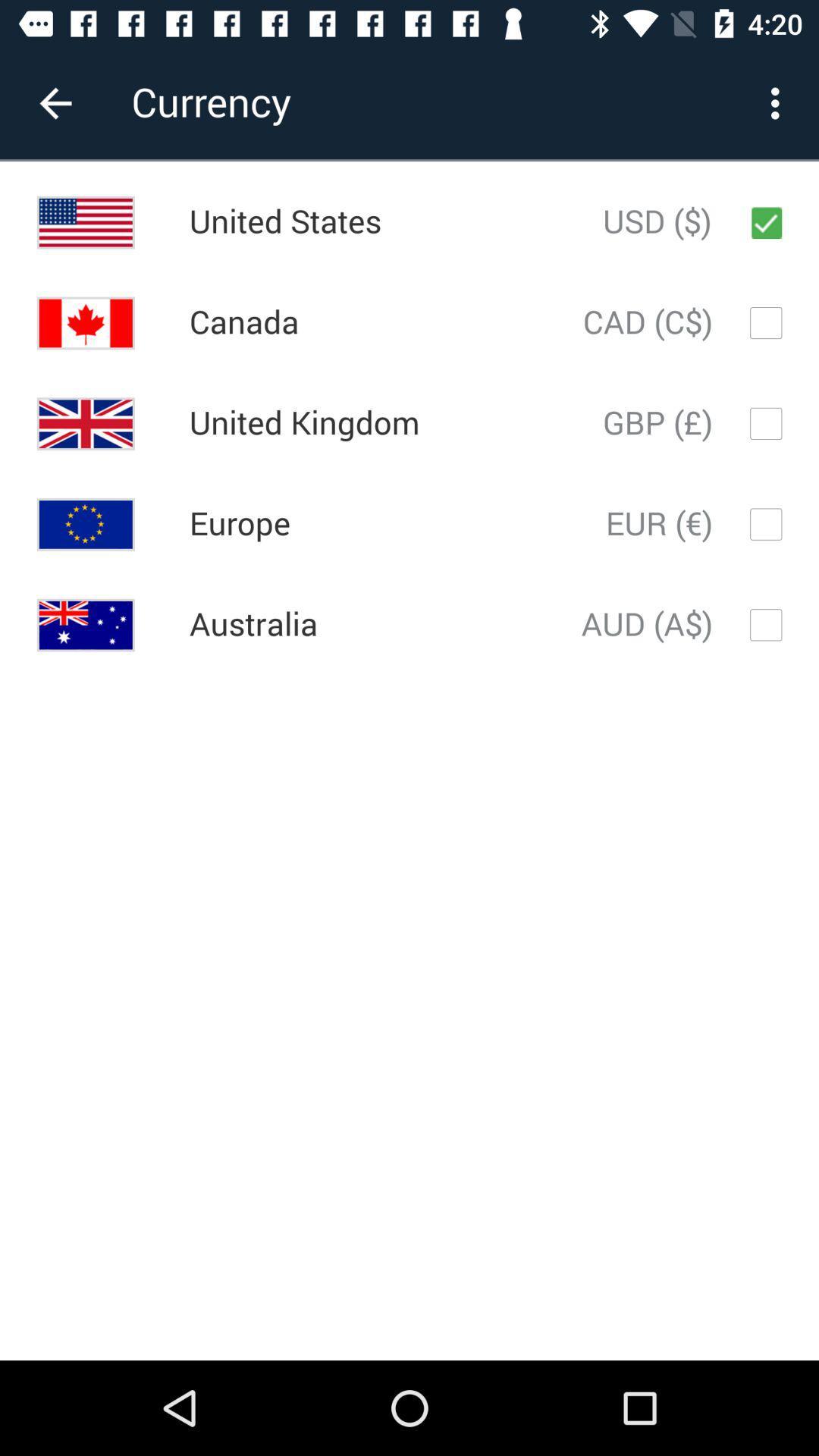 The image size is (819, 1456). Describe the element at coordinates (55, 102) in the screenshot. I see `icon next to currency` at that location.